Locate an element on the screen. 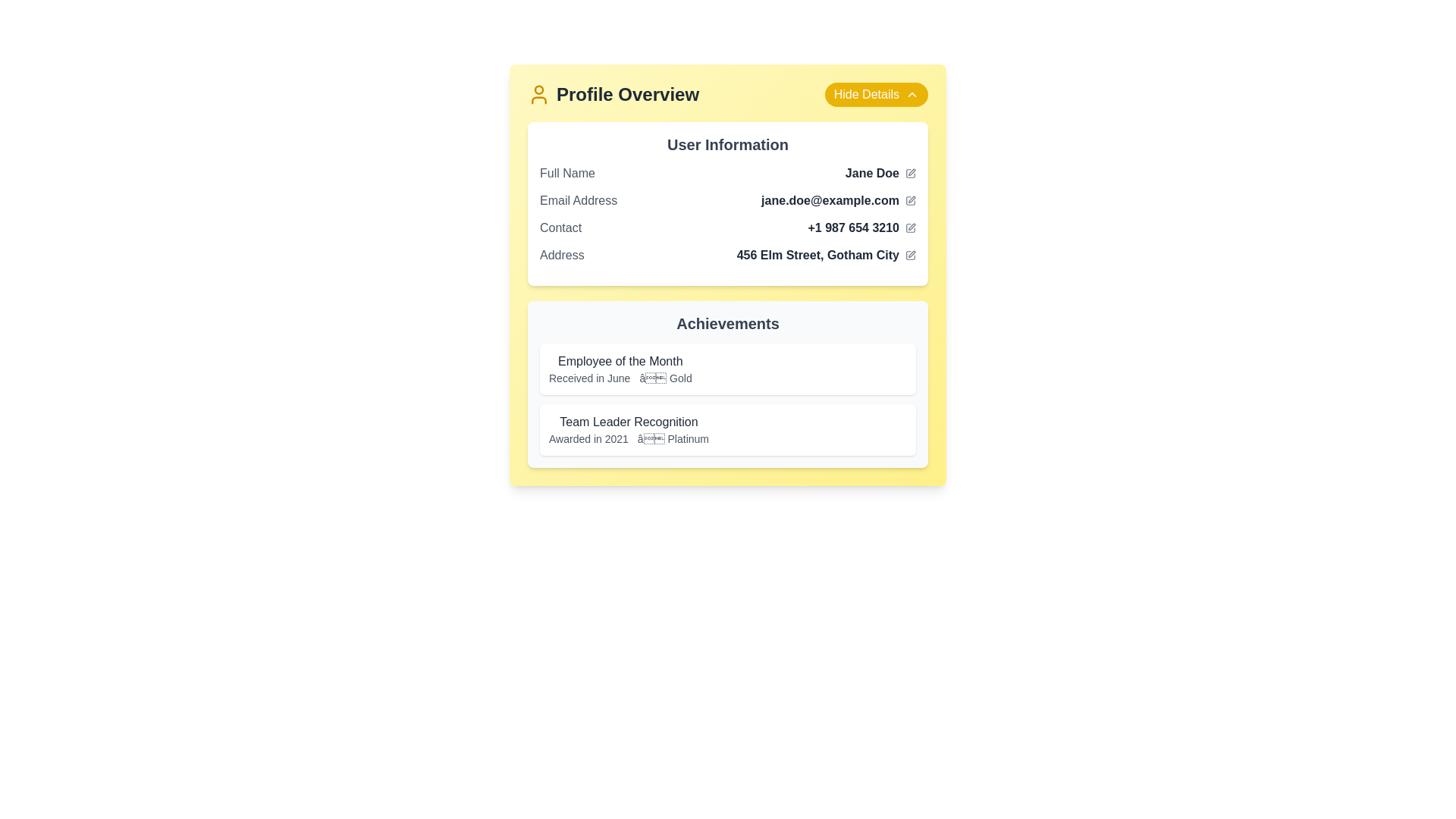  the informational Text label that indicates an achievement, specifically the first line of the entry in the 'Achievements' section is located at coordinates (620, 362).